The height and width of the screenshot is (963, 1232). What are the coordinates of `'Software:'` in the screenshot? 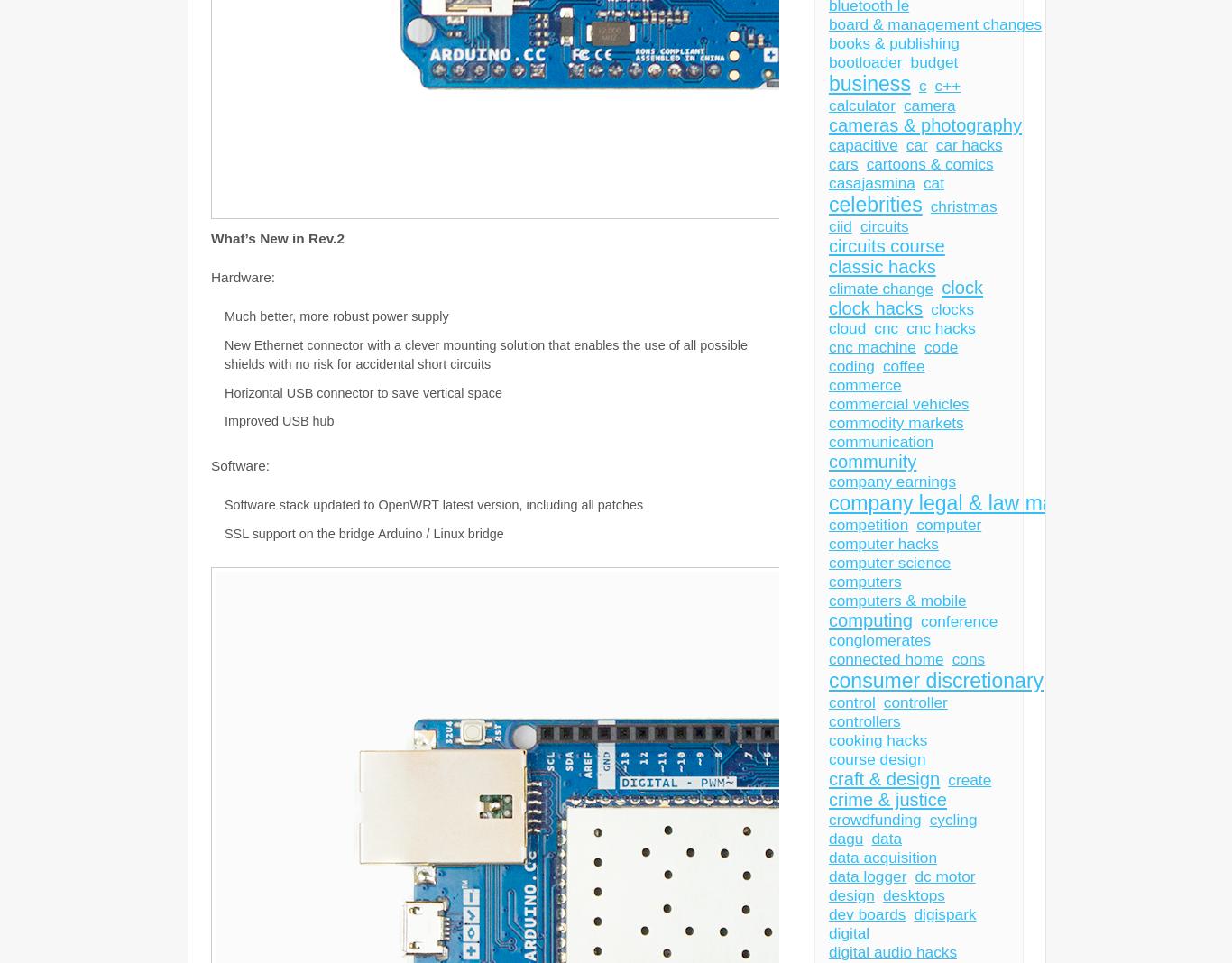 It's located at (242, 464).